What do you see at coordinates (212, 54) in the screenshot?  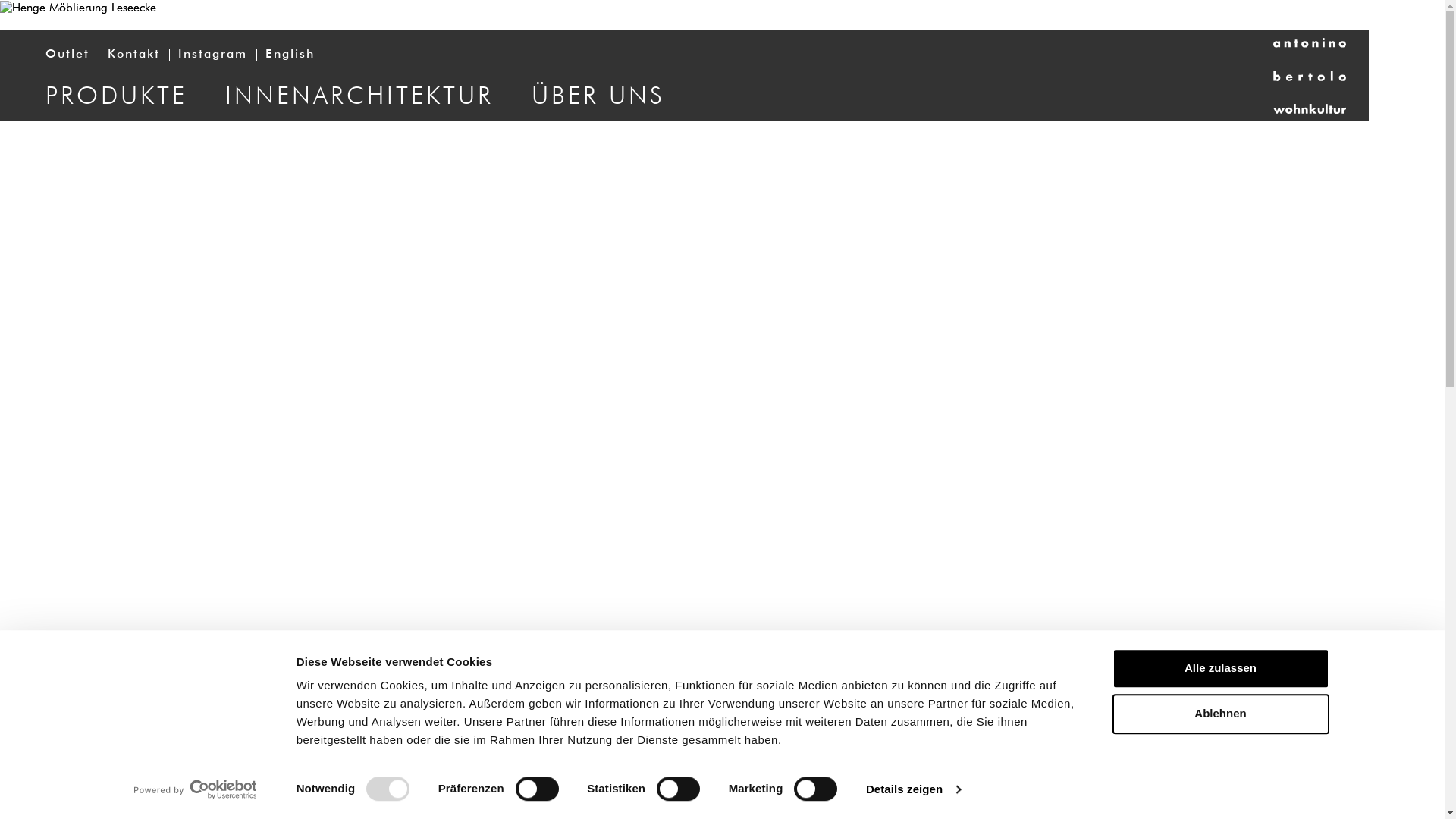 I see `'Instagram'` at bounding box center [212, 54].